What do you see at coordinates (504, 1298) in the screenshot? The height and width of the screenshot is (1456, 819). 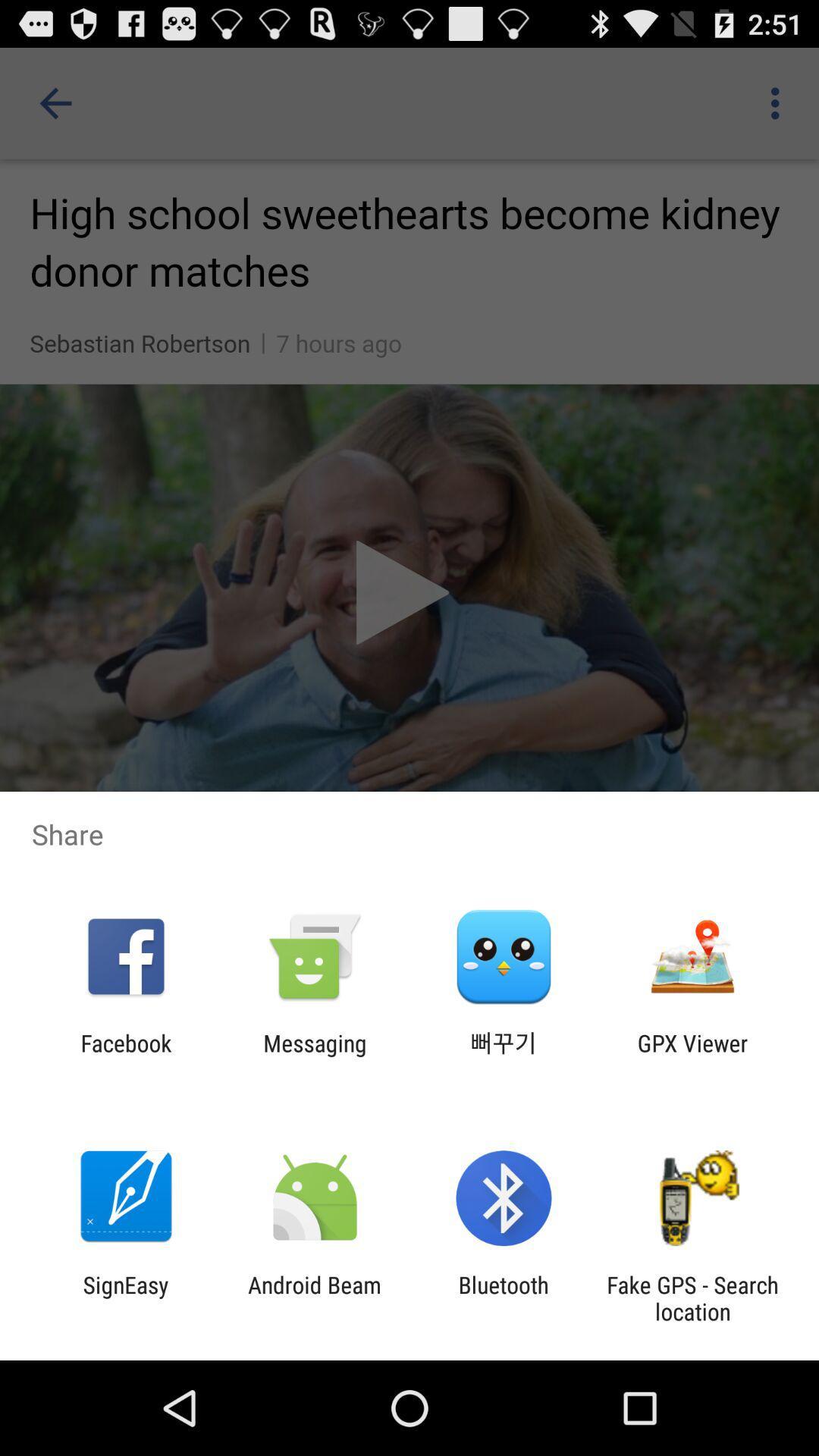 I see `the icon to the right of the android beam` at bounding box center [504, 1298].